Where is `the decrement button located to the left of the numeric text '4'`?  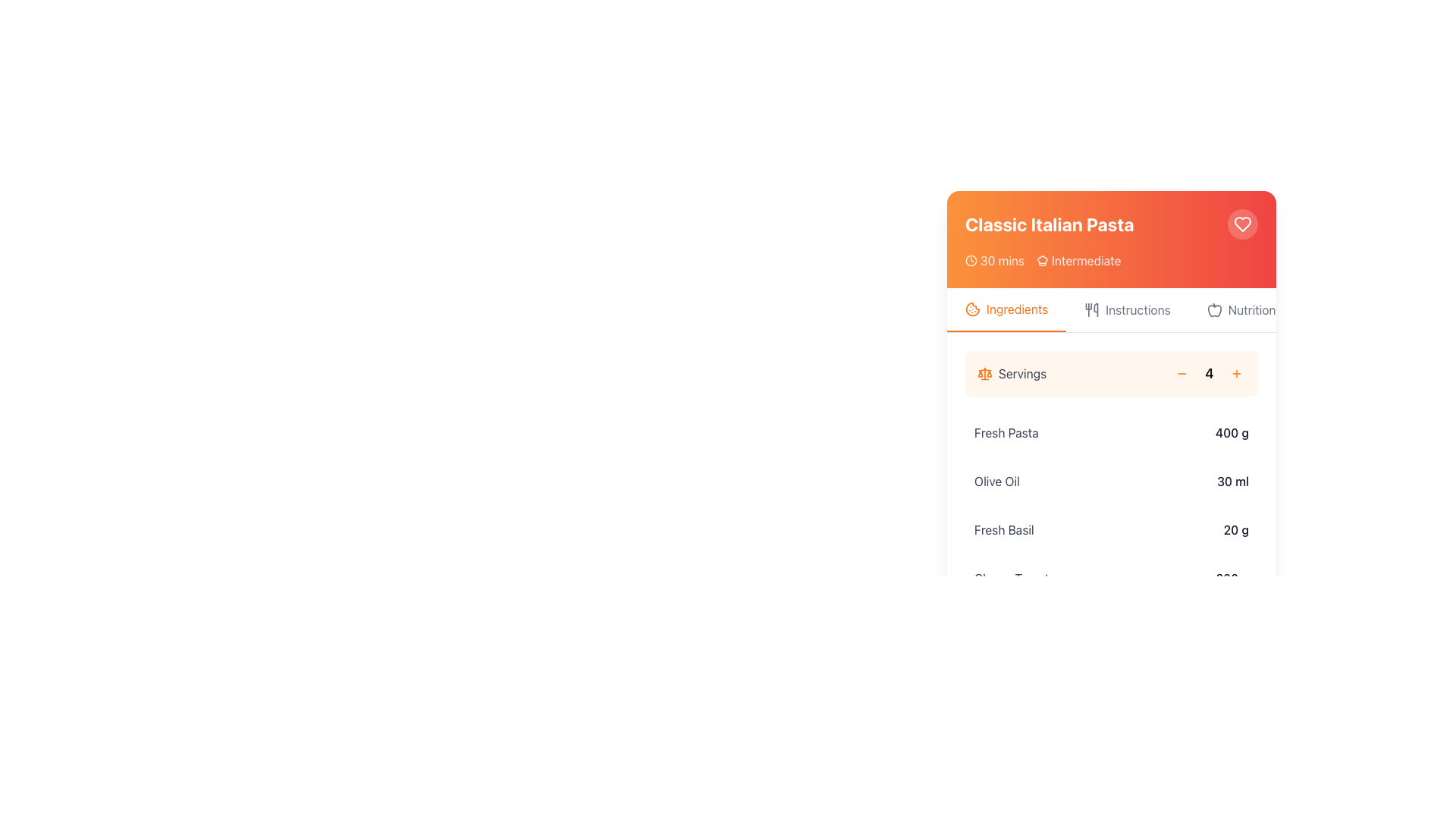
the decrement button located to the left of the numeric text '4' is located at coordinates (1181, 374).